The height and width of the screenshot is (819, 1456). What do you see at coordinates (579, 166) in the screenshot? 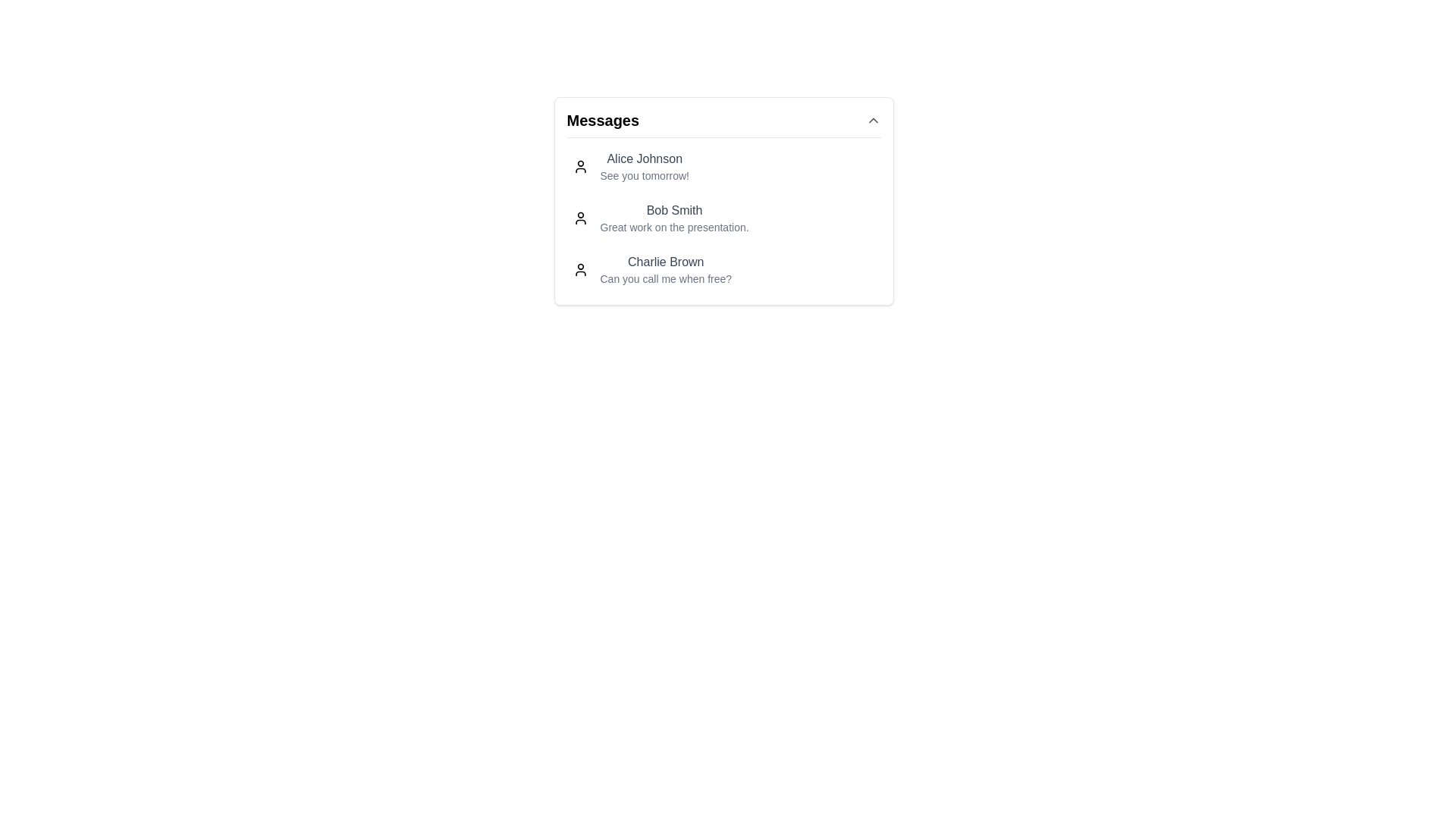
I see `the person-shaped icon located on the topmost row, aligned to the left of the text 'Alice Johnson' and 'See you tomorrow!'` at bounding box center [579, 166].